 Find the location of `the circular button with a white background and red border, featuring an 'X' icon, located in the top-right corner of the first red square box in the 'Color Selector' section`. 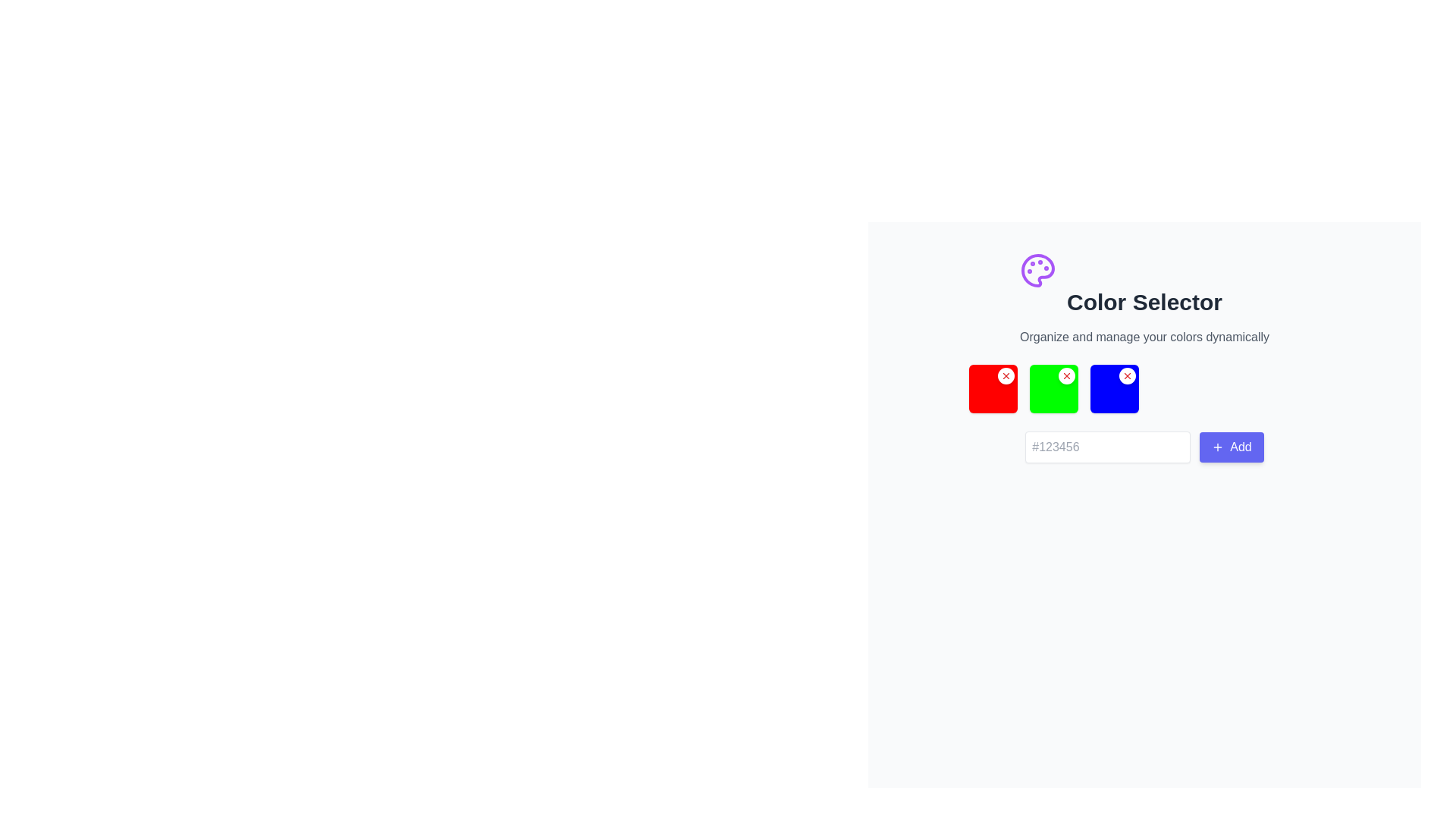

the circular button with a white background and red border, featuring an 'X' icon, located in the top-right corner of the first red square box in the 'Color Selector' section is located at coordinates (1006, 375).